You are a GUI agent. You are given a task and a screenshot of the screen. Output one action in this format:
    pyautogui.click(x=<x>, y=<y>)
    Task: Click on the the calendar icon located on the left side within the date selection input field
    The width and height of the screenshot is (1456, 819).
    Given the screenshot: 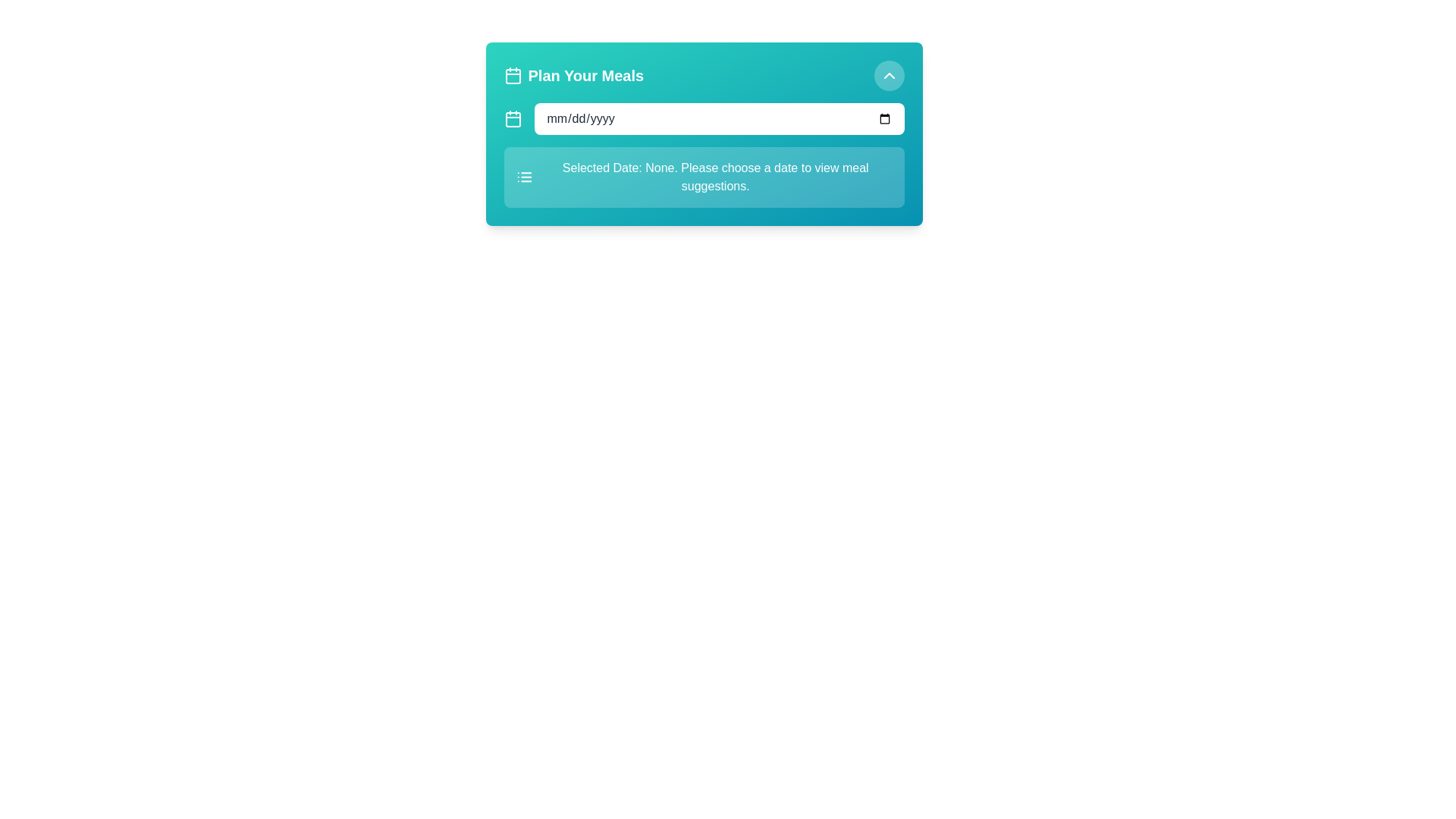 What is the action you would take?
    pyautogui.click(x=513, y=118)
    